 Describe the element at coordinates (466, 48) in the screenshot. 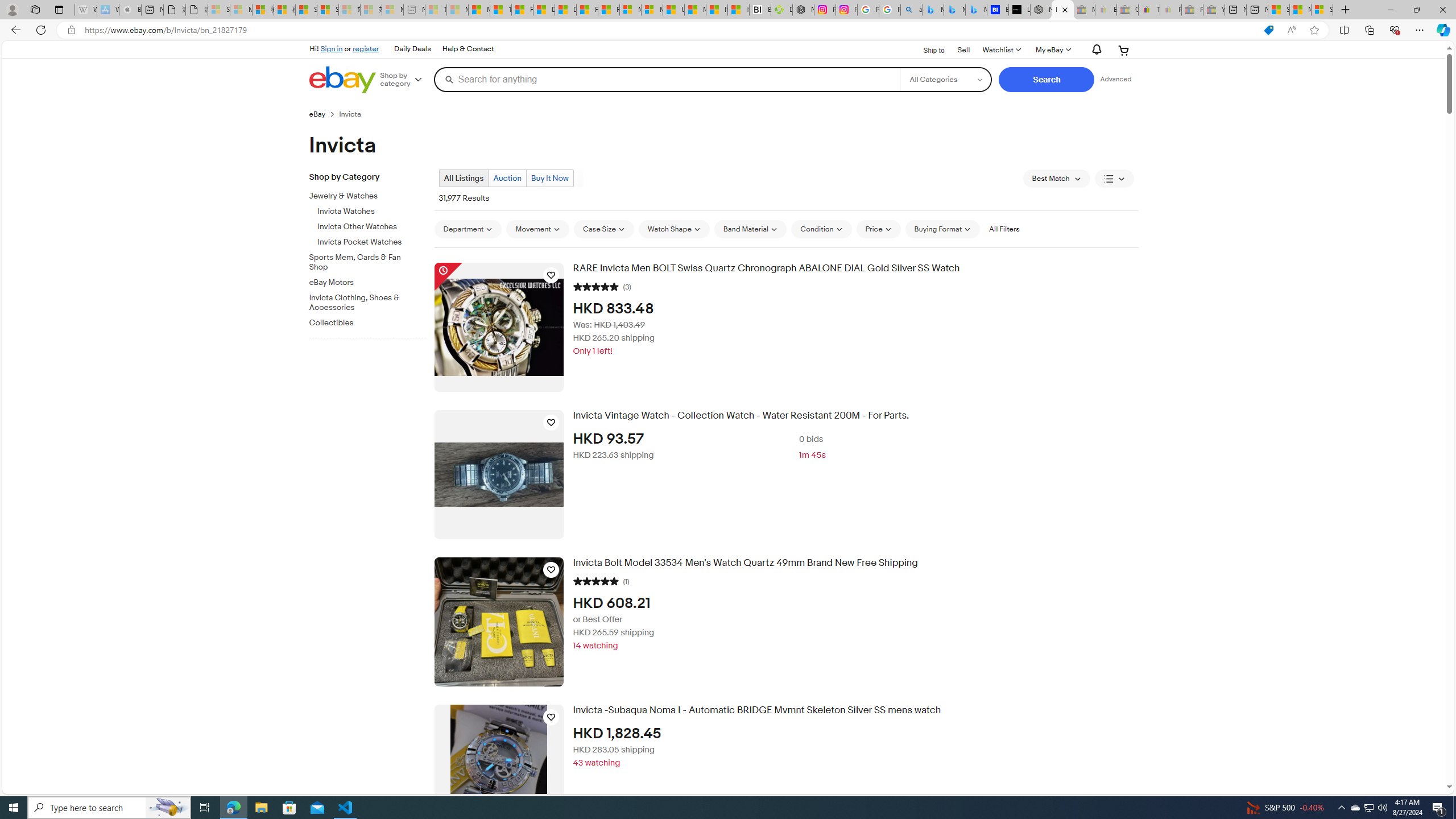

I see `'Help & Contact'` at that location.